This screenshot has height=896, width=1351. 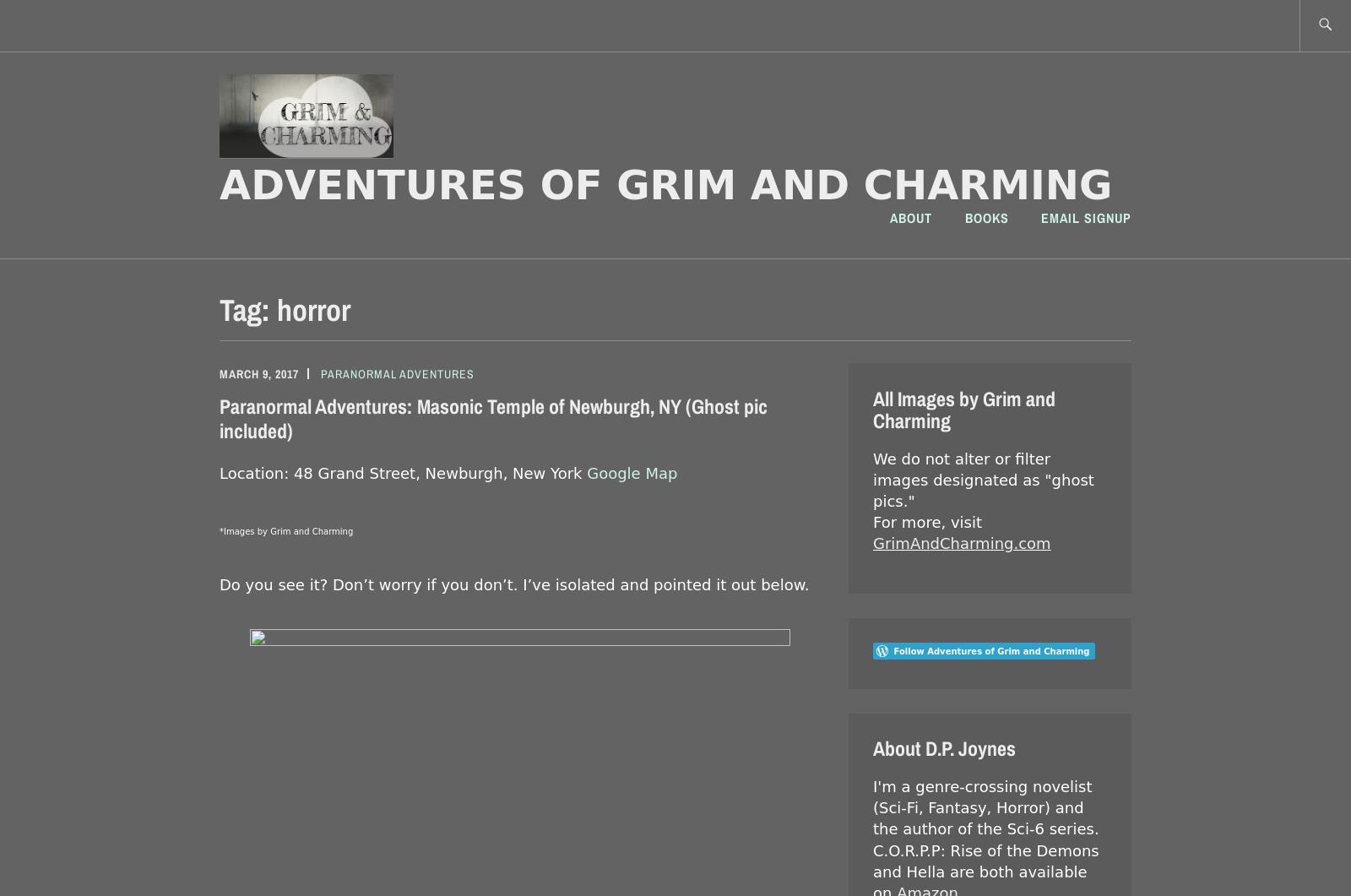 What do you see at coordinates (513, 584) in the screenshot?
I see `'Do you see it? Don’t worry if you don’t. I’ve isolated and pointed it out below.'` at bounding box center [513, 584].